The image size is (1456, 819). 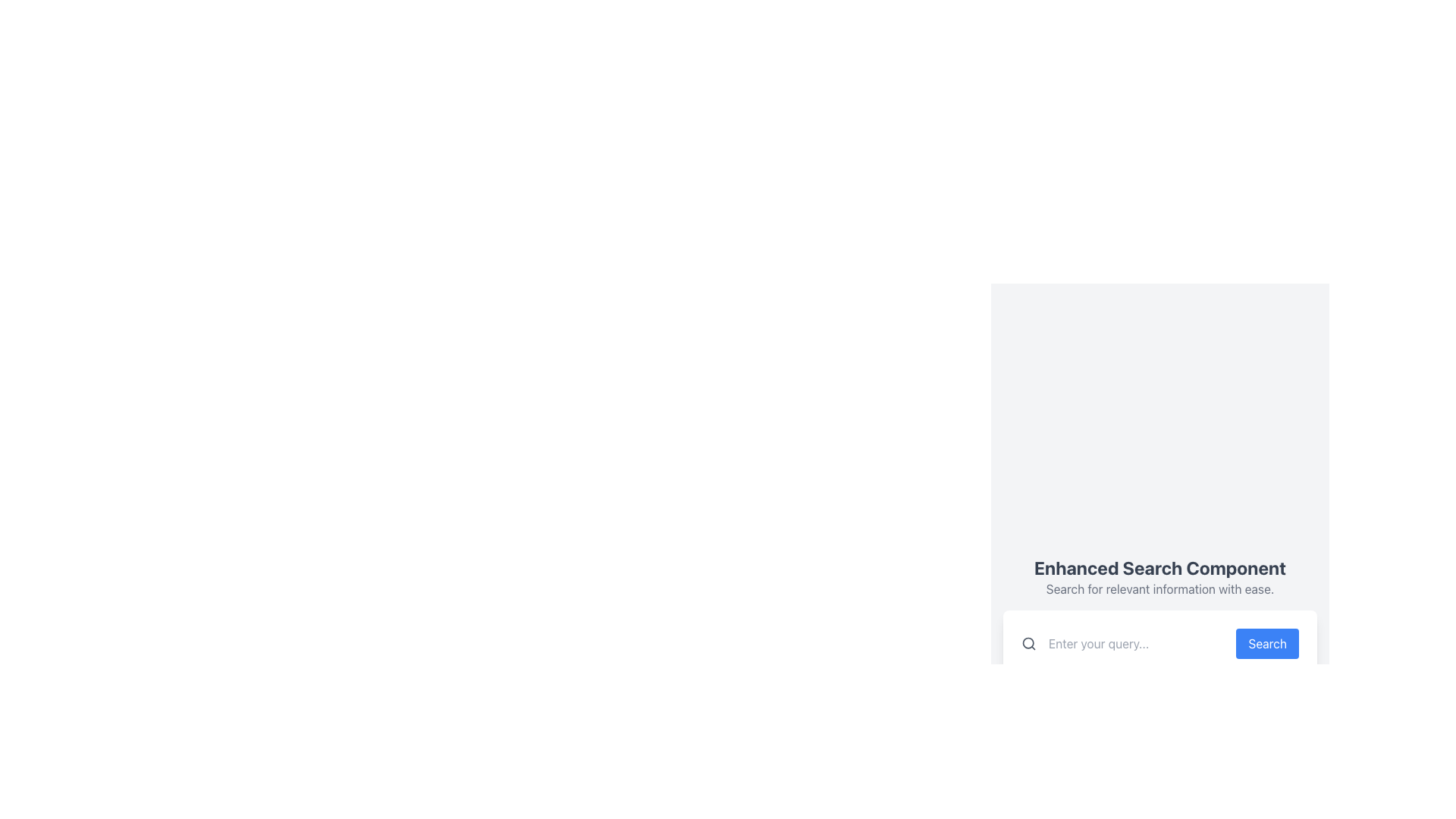 What do you see at coordinates (1159, 576) in the screenshot?
I see `the text block titled 'Enhanced Search Component' that contains a subtitle 'Search for relevant information with ease.'` at bounding box center [1159, 576].